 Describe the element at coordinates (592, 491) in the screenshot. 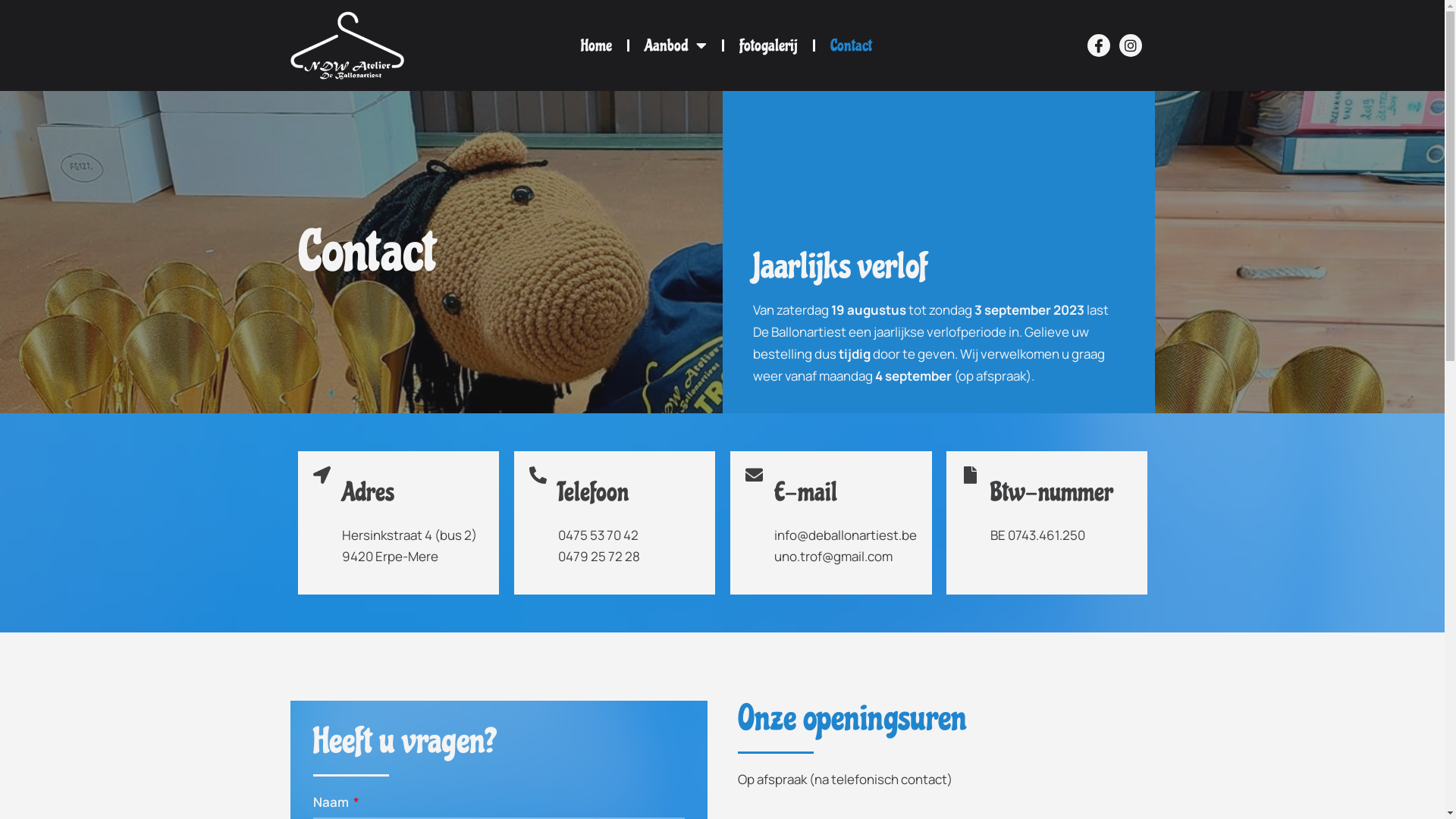

I see `'Telefoon'` at that location.